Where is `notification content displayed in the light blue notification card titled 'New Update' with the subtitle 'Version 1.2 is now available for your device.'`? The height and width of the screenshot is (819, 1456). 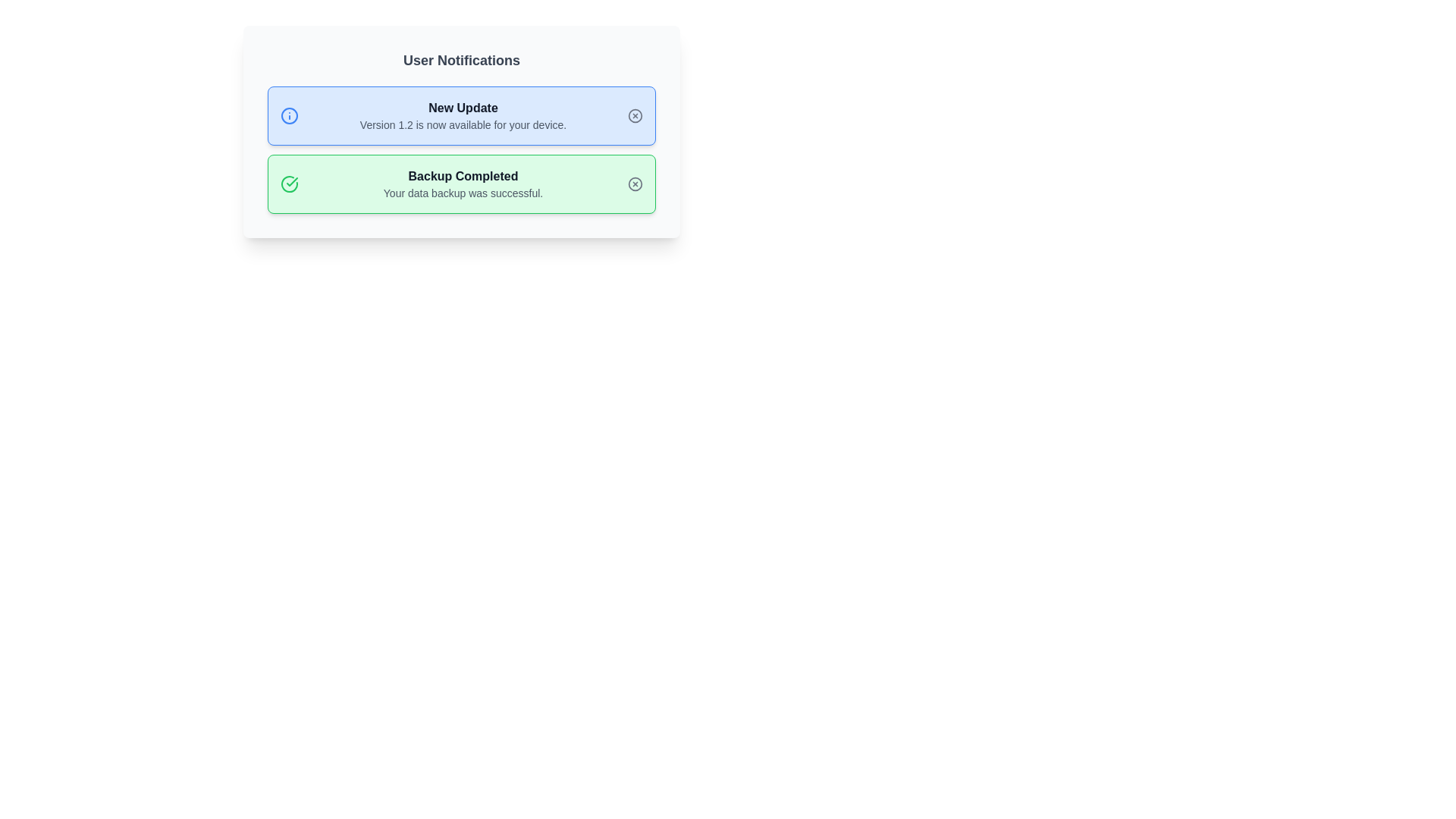
notification content displayed in the light blue notification card titled 'New Update' with the subtitle 'Version 1.2 is now available for your device.' is located at coordinates (461, 115).